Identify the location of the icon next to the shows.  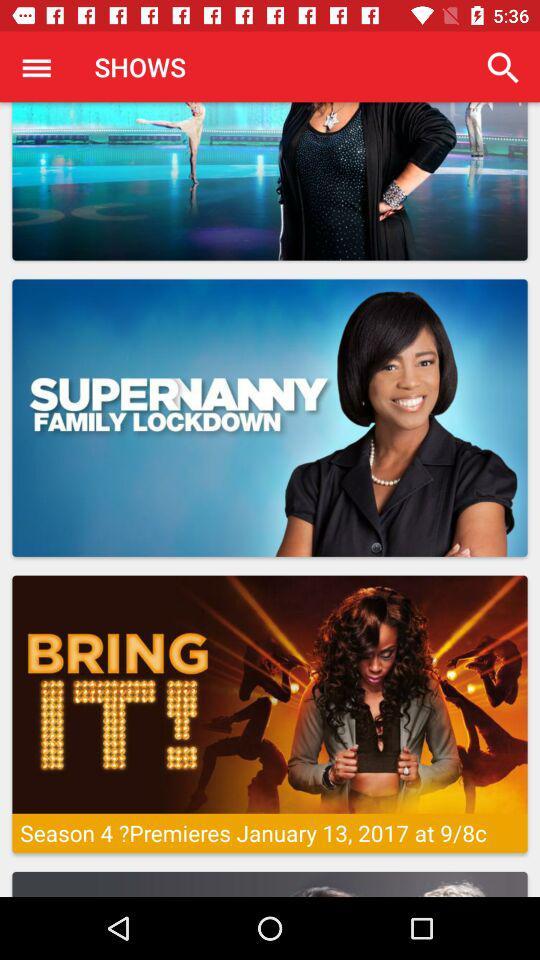
(36, 67).